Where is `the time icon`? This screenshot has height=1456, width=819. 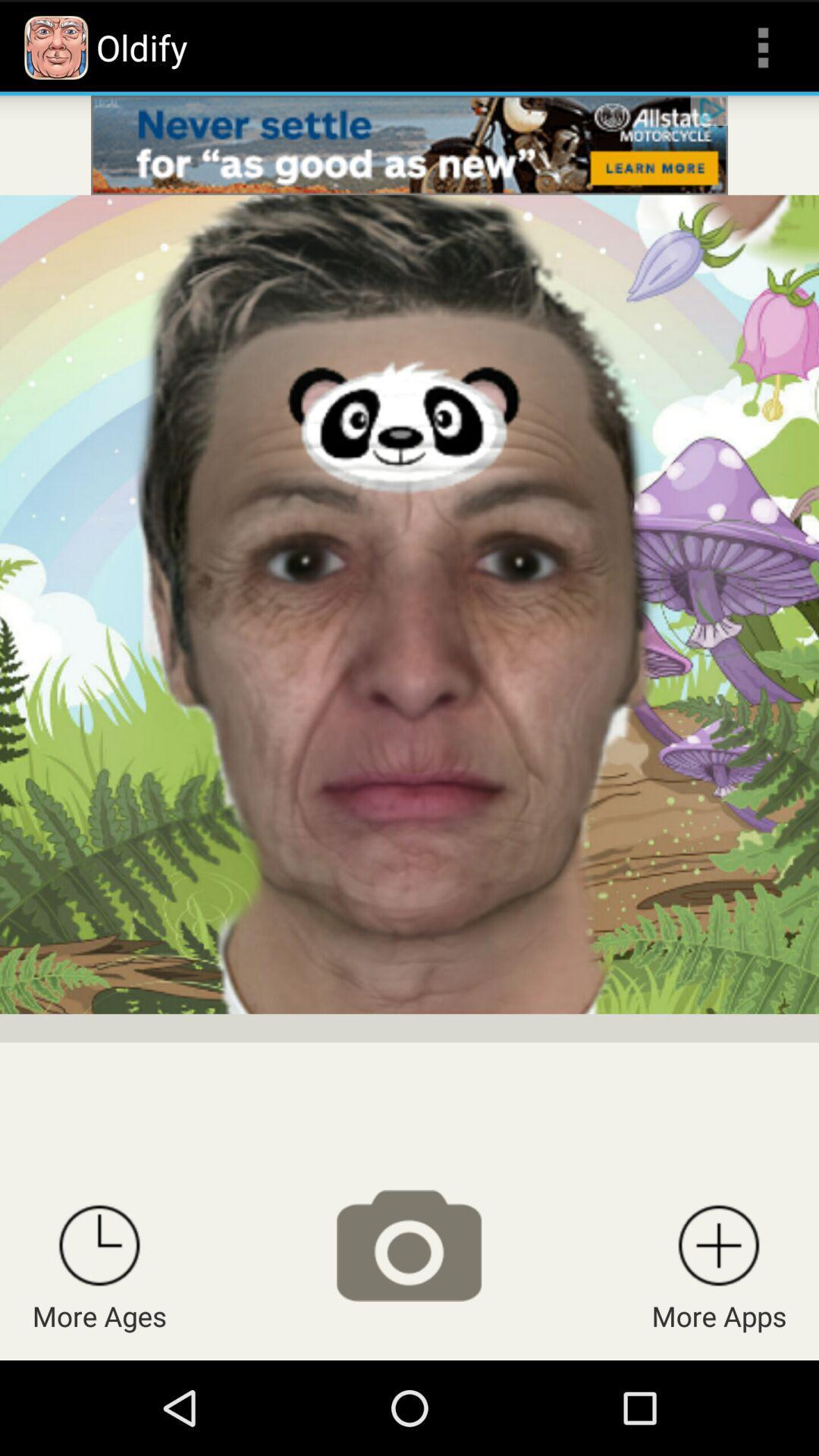
the time icon is located at coordinates (99, 1332).